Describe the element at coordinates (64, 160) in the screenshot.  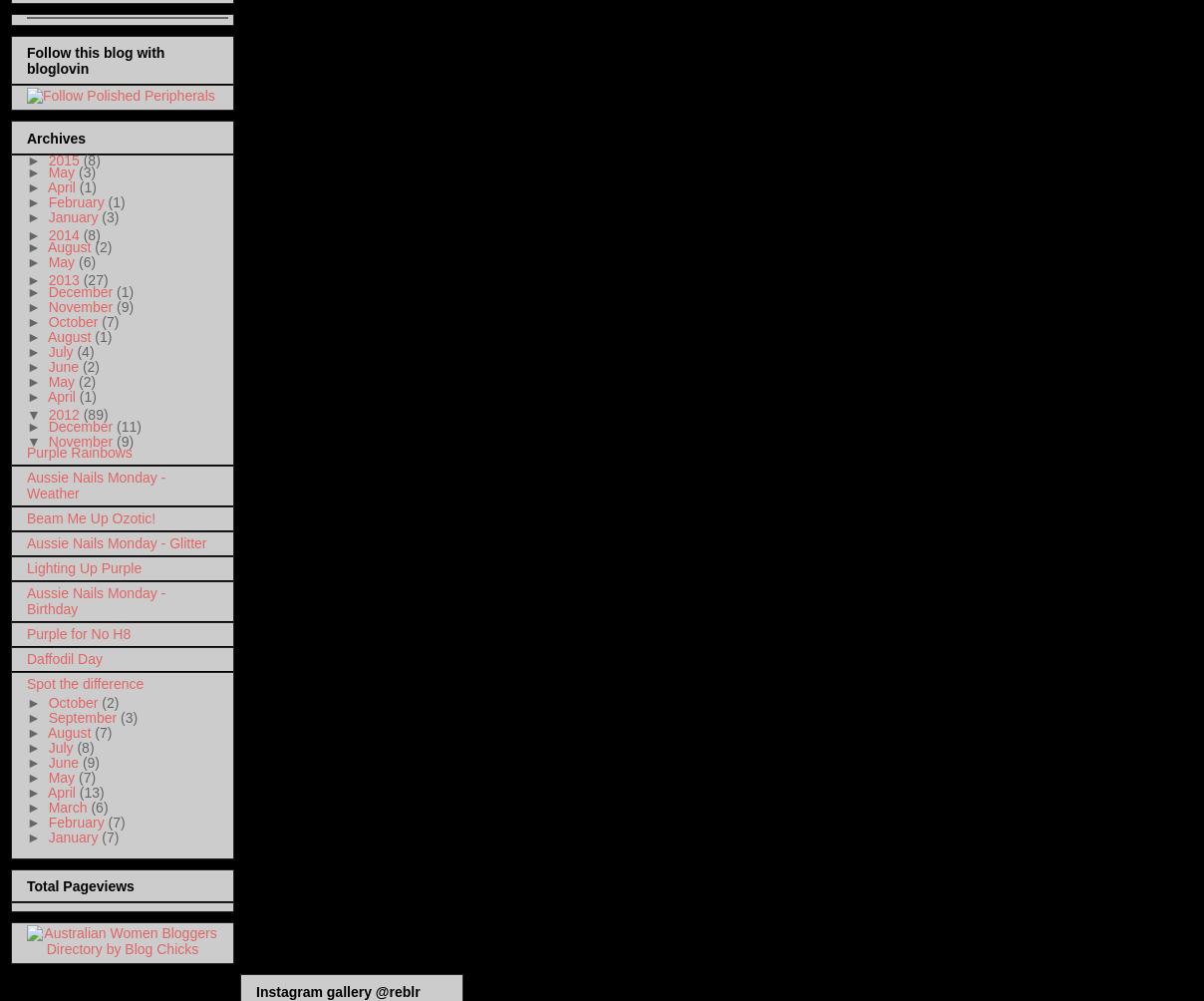
I see `'2015'` at that location.